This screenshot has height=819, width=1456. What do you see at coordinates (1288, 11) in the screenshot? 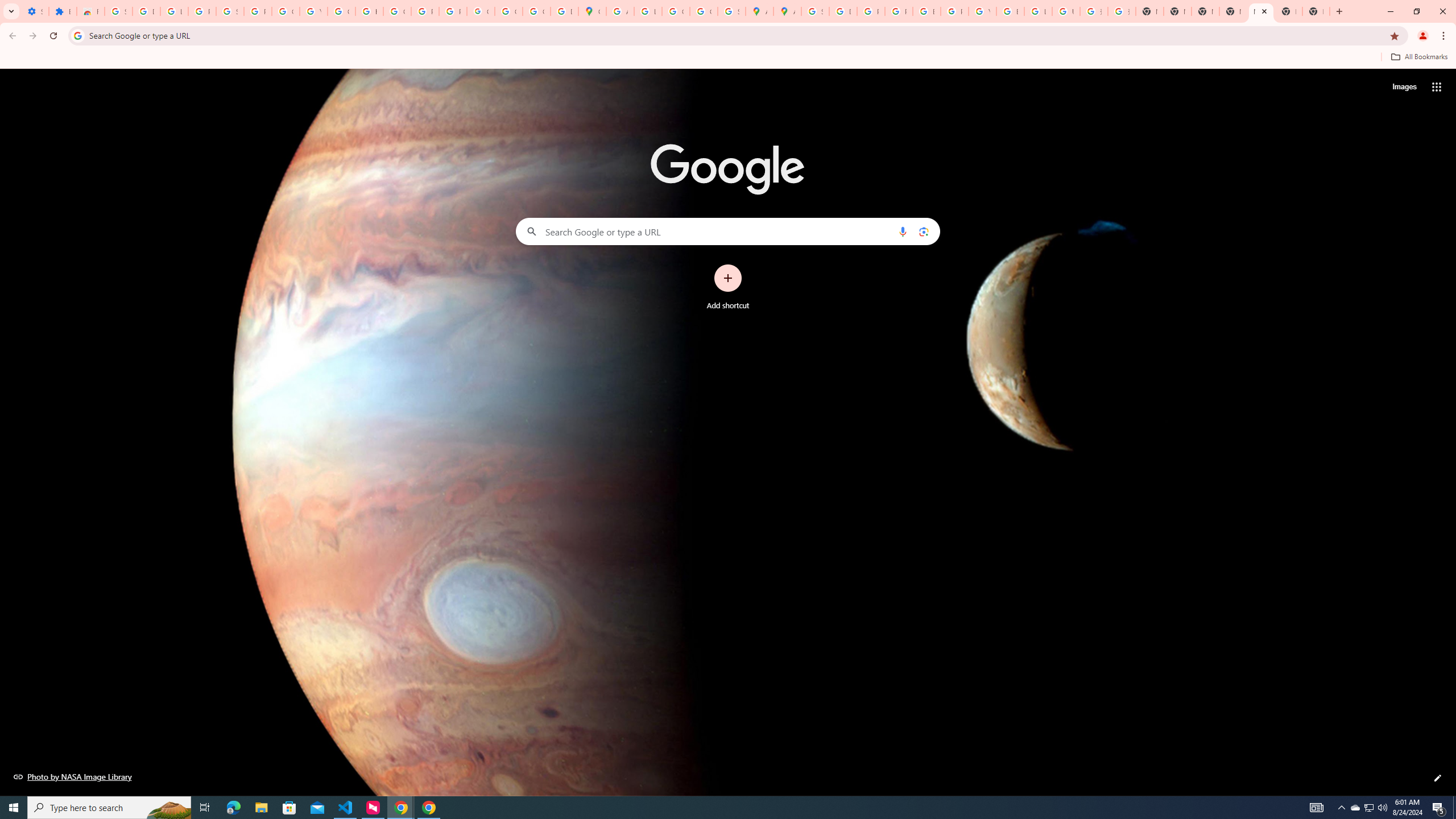
I see `'New Tab'` at bounding box center [1288, 11].